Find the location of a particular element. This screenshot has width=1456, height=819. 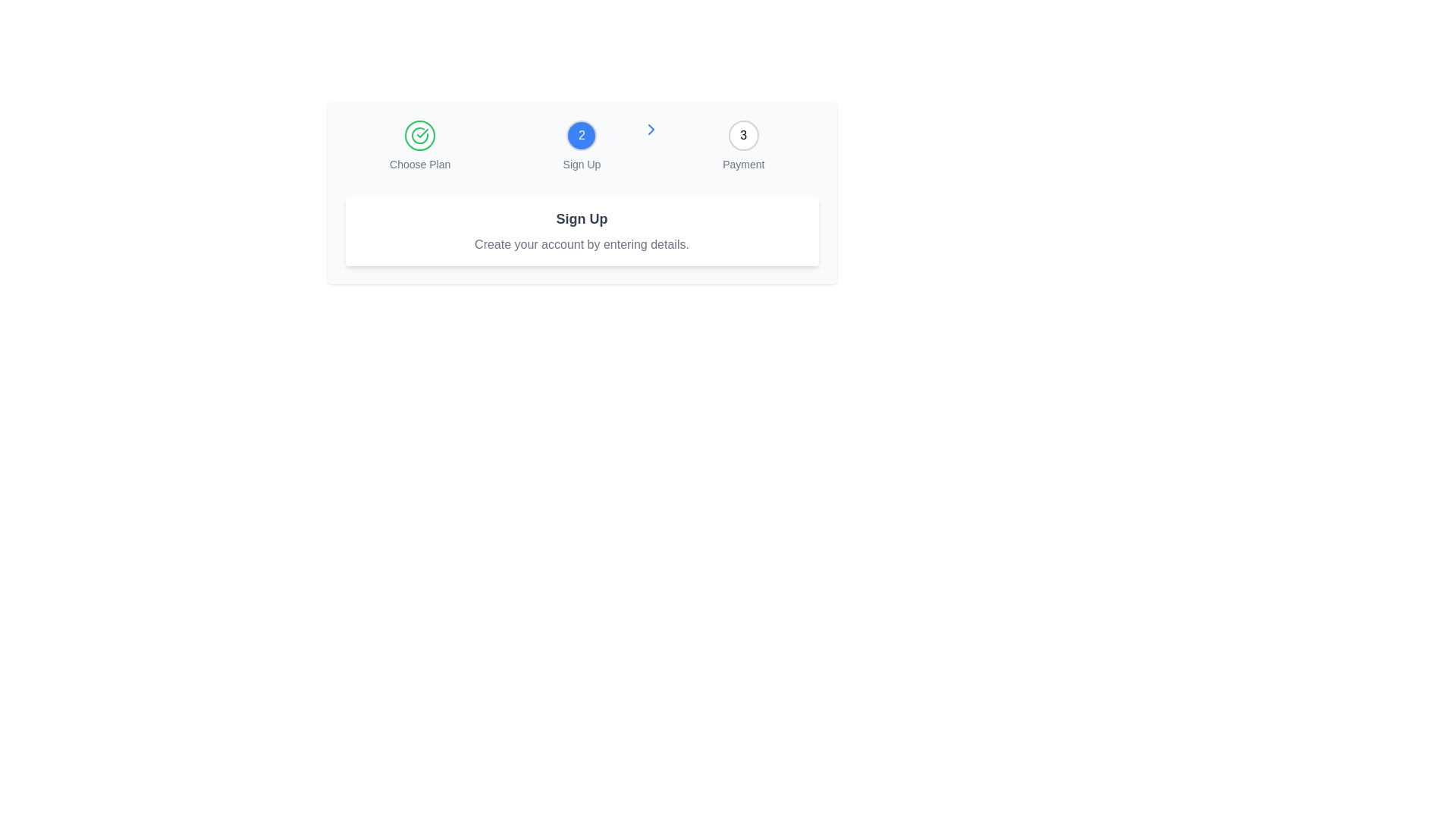

the first step indicator in the navigation bar that shows the completion of the 'Choose Plan' step to proceed to the next step, if interactive is located at coordinates (420, 134).